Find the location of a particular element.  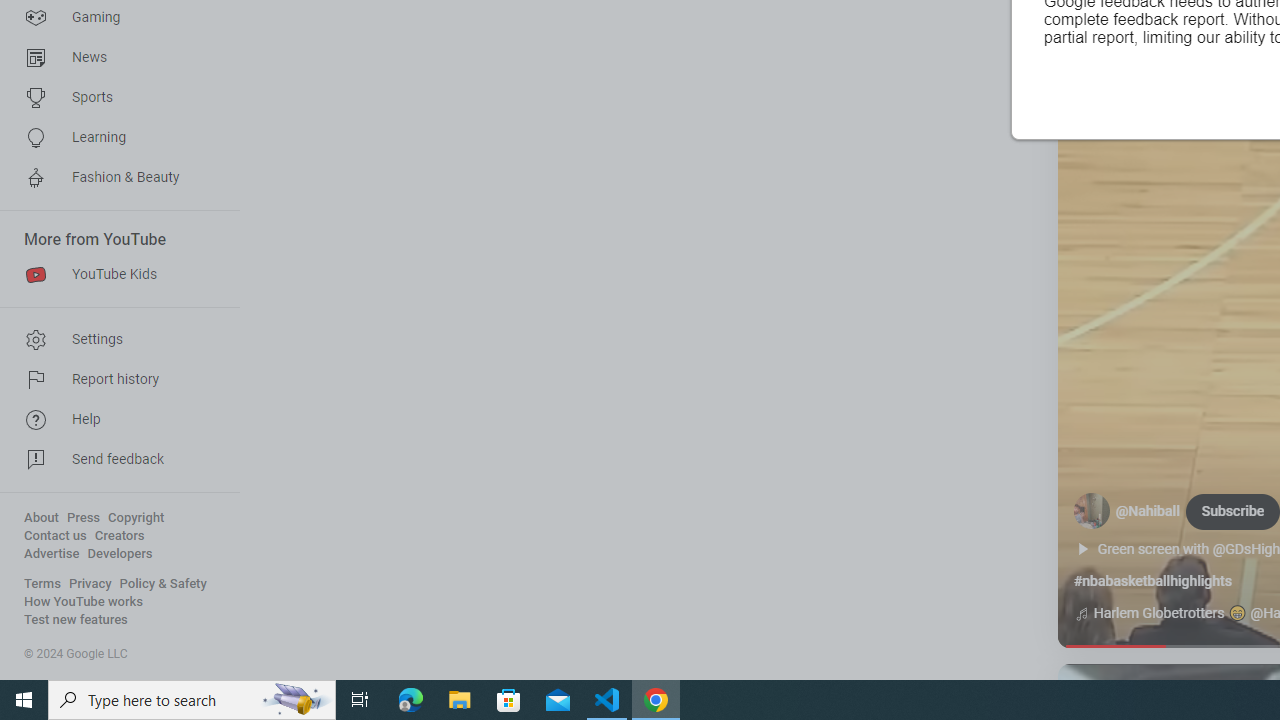

'Fashion & Beauty' is located at coordinates (112, 176).